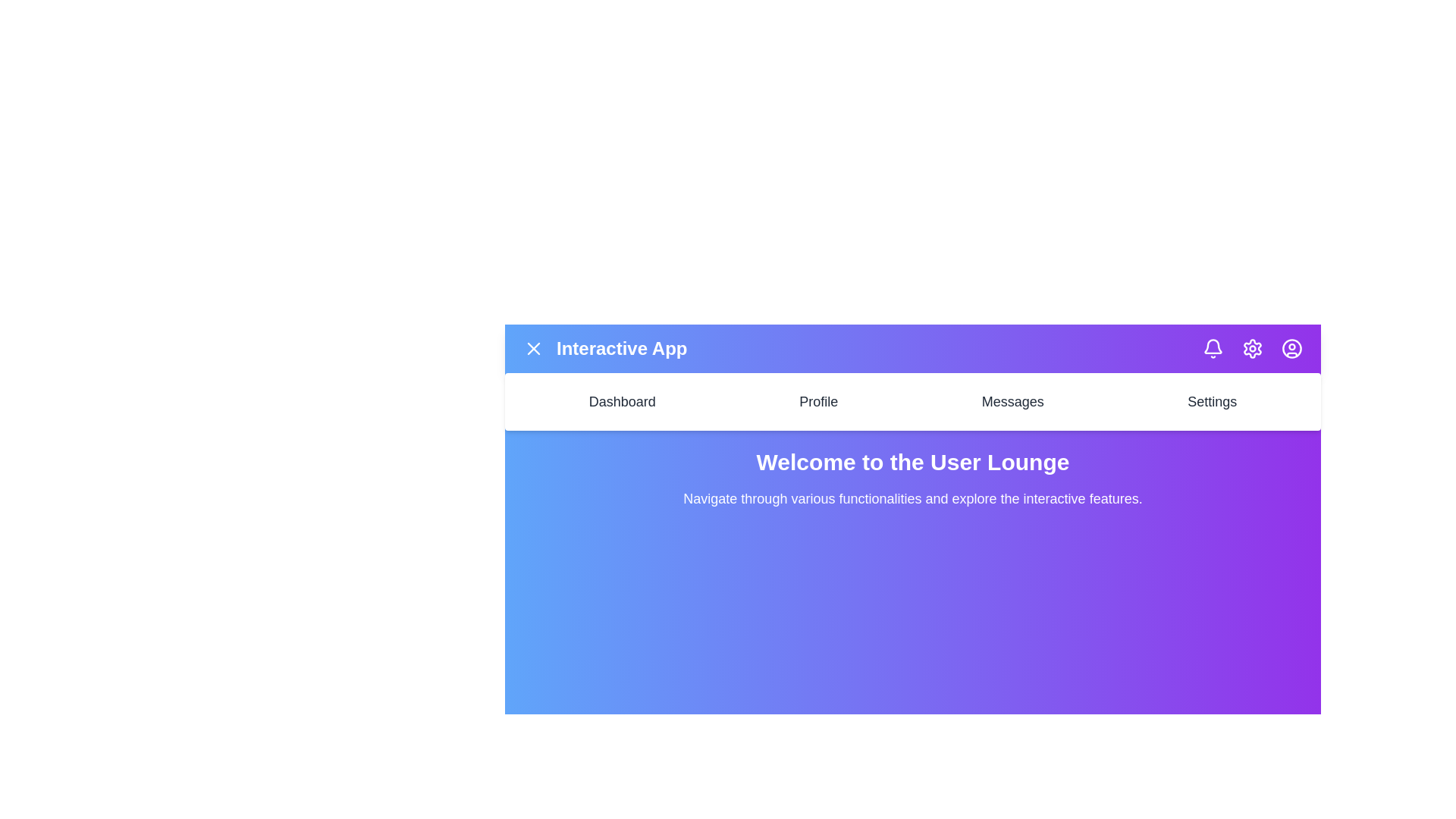  Describe the element at coordinates (817, 400) in the screenshot. I see `the Profile navigation menu item` at that location.